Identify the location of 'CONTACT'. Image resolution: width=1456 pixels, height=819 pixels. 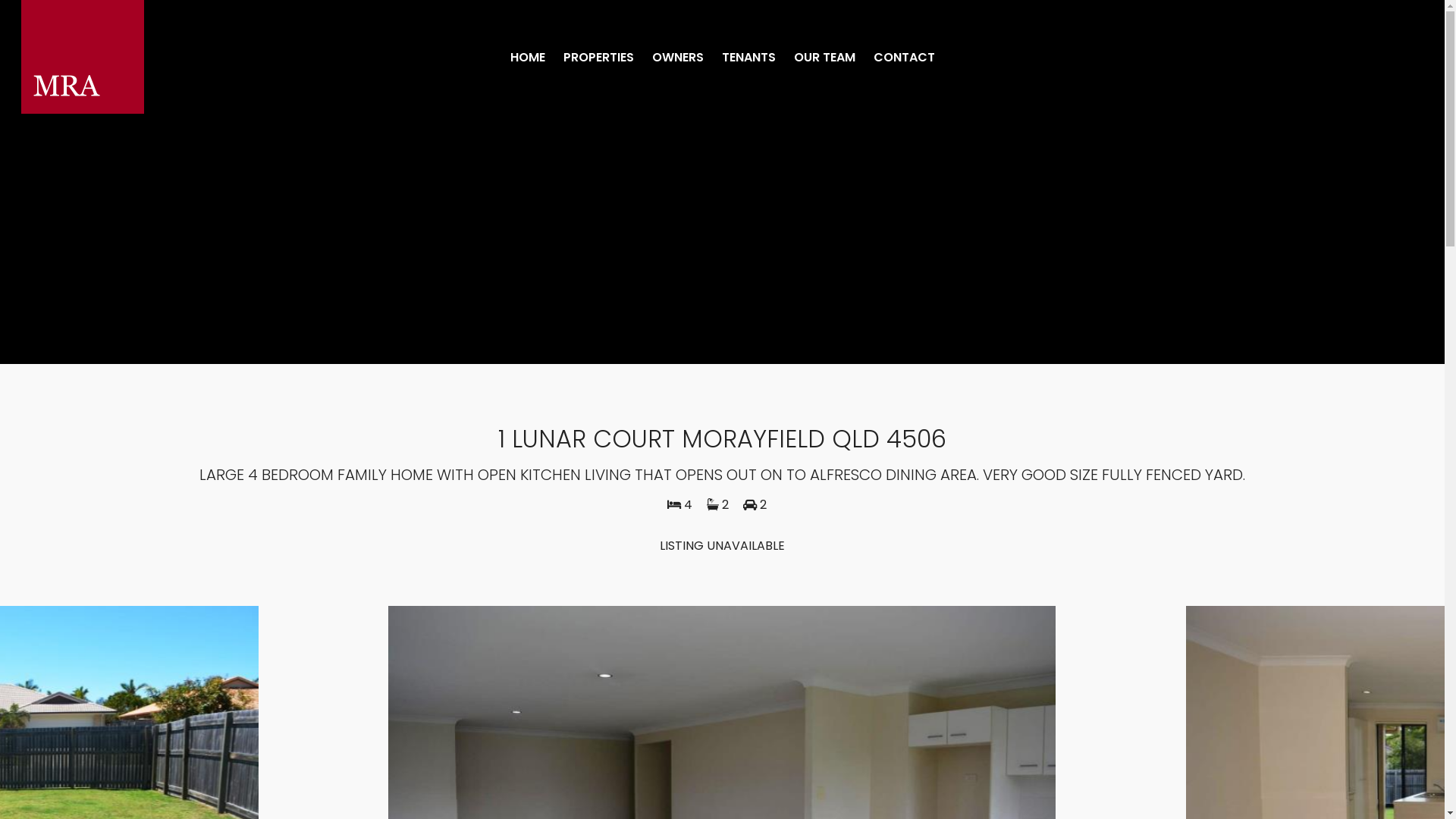
(904, 57).